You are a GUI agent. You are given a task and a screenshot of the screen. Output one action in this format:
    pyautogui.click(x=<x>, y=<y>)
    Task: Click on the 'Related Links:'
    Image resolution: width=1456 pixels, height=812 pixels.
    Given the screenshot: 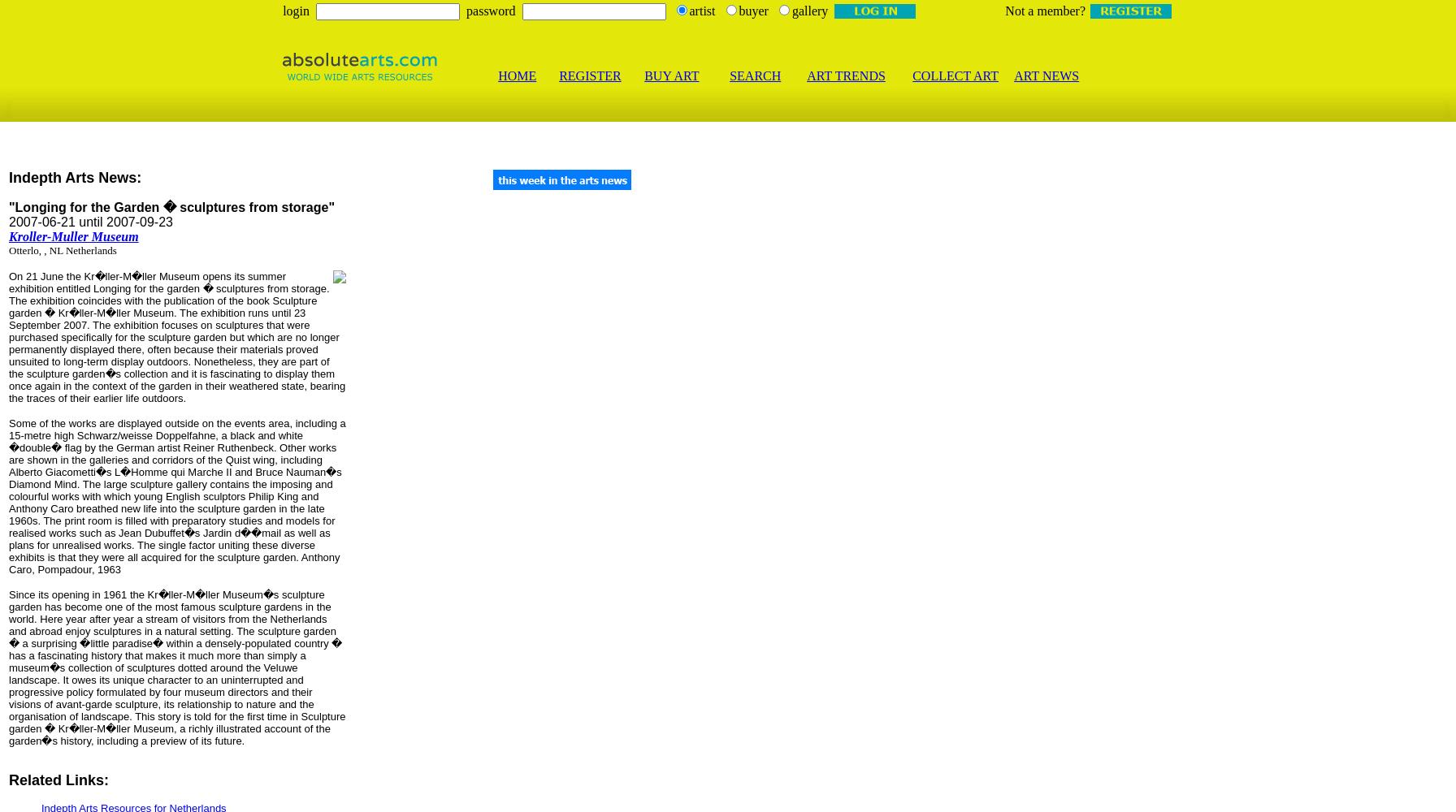 What is the action you would take?
    pyautogui.click(x=58, y=780)
    